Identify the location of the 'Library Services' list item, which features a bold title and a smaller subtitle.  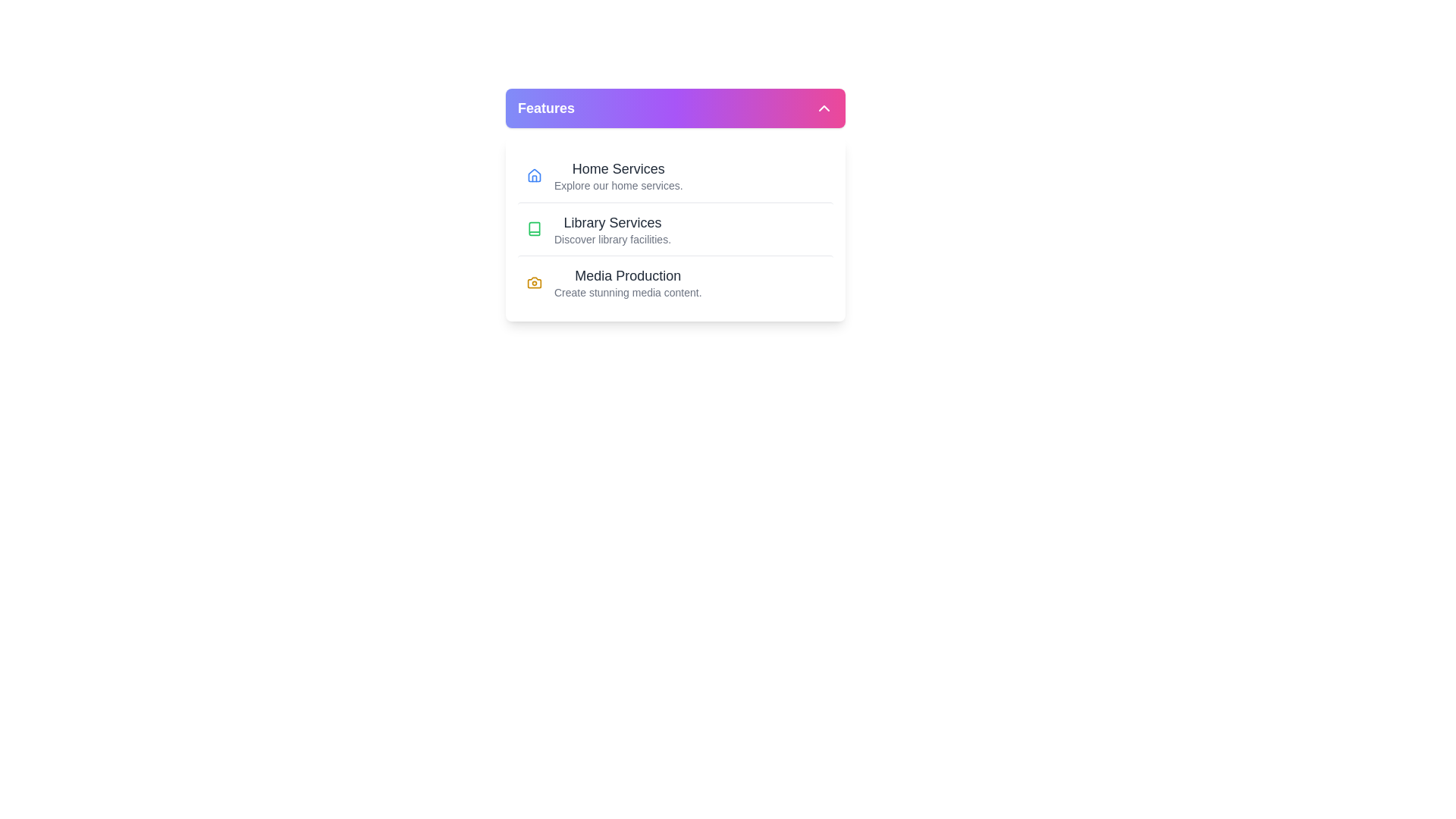
(612, 229).